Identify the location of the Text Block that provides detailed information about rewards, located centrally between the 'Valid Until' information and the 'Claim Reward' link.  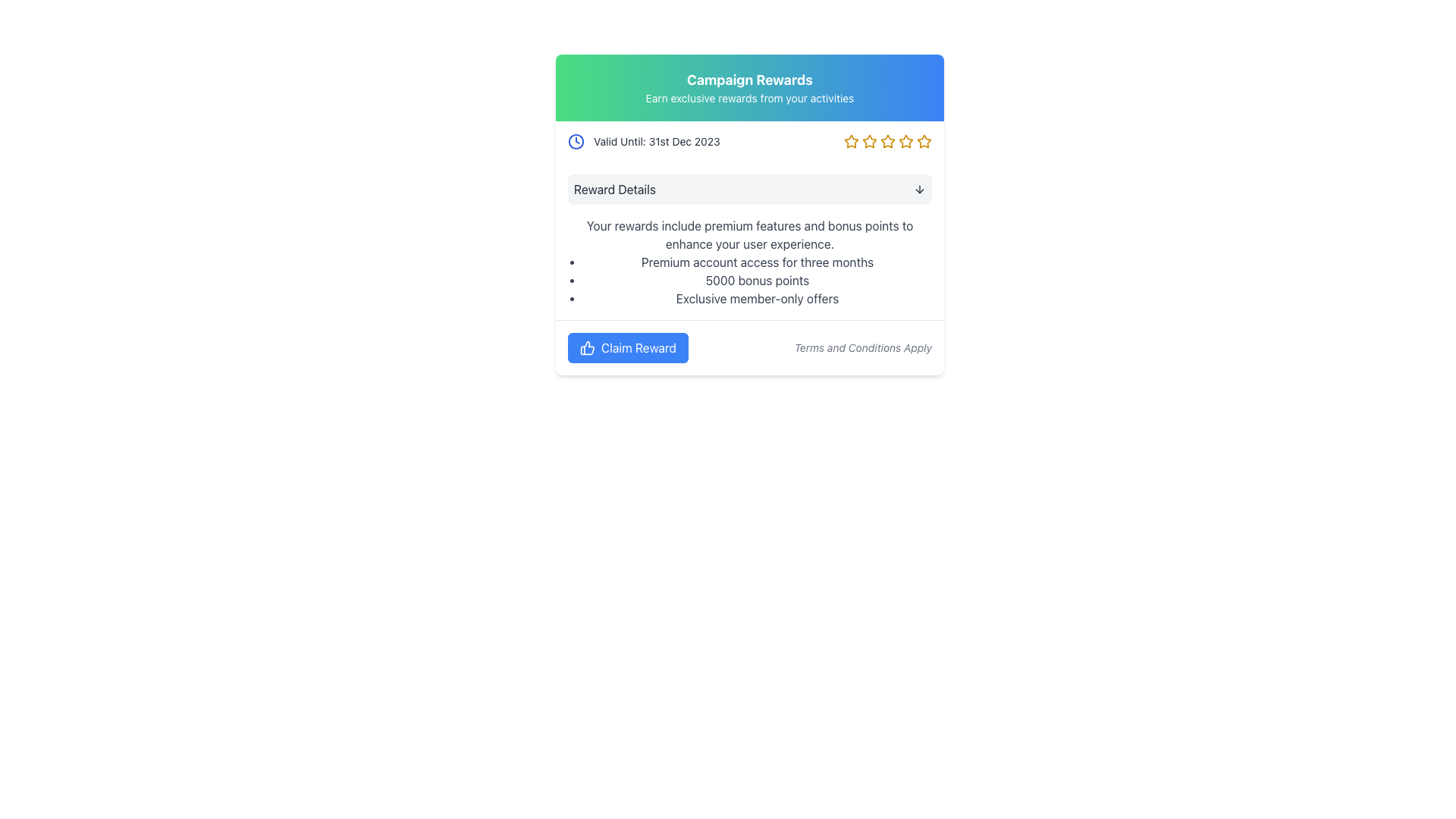
(749, 240).